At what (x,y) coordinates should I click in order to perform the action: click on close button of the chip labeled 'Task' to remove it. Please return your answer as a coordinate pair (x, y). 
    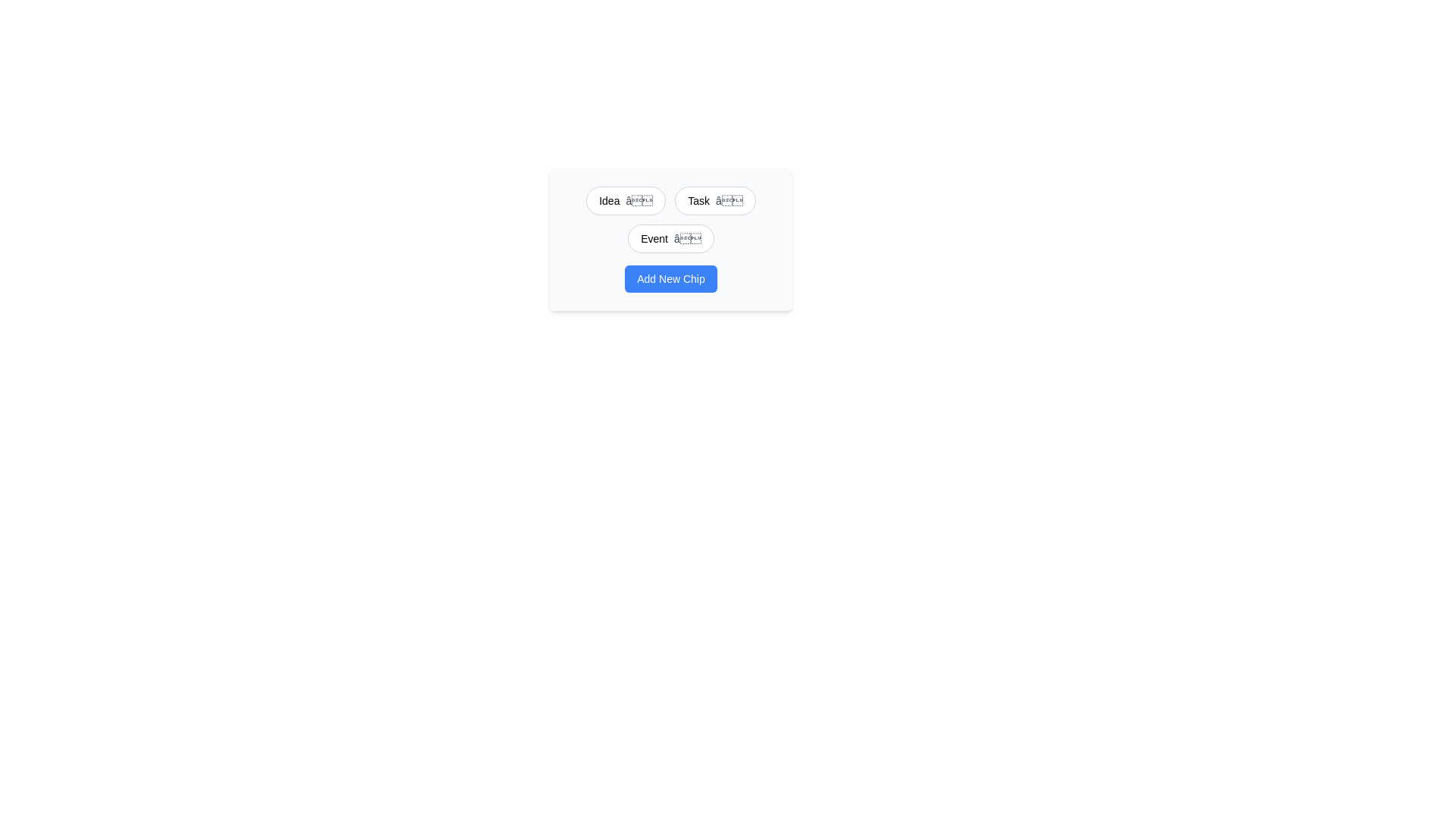
    Looking at the image, I should click on (729, 200).